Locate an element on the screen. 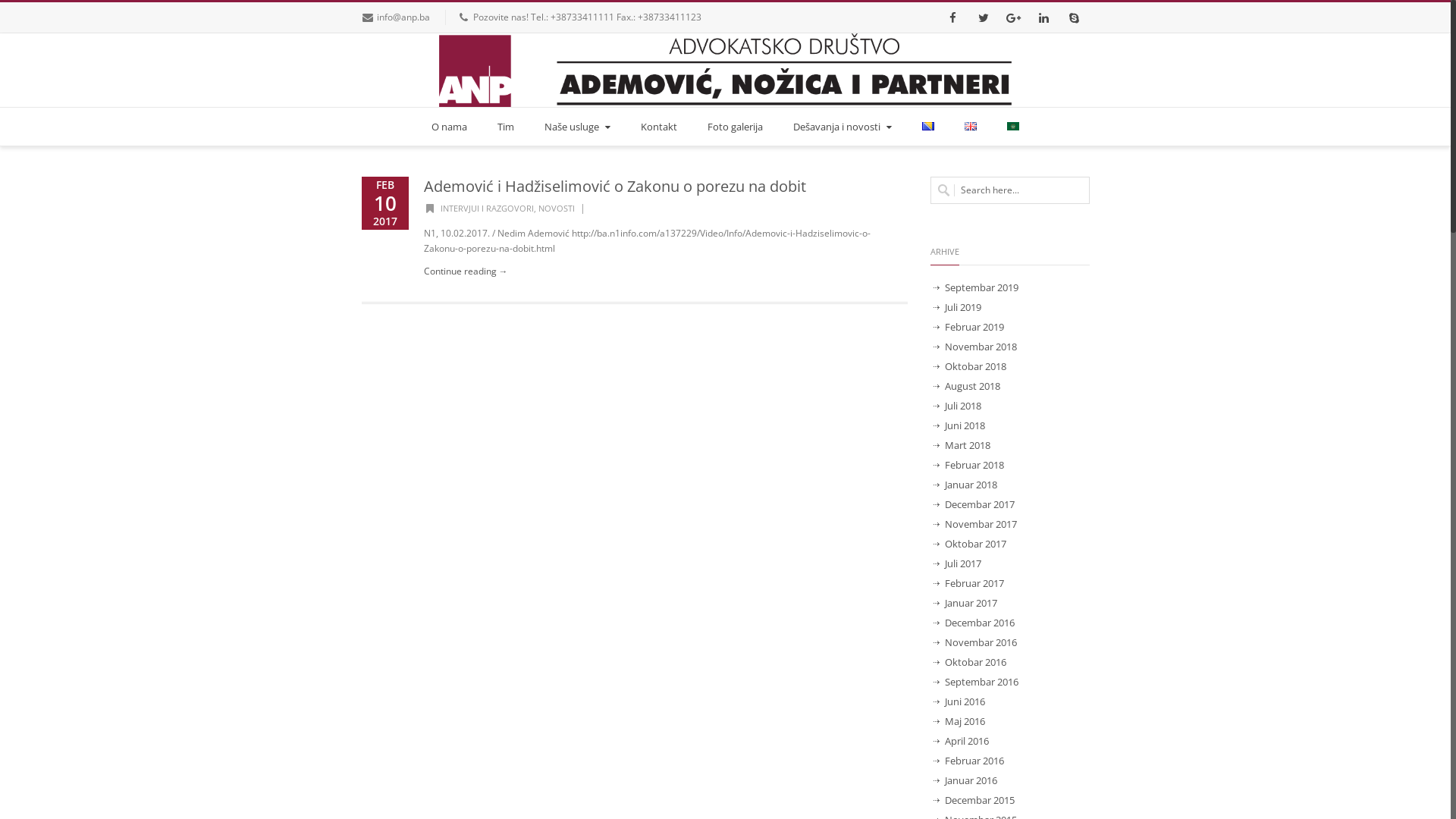 The image size is (1456, 819). 'Juli 2017' is located at coordinates (956, 563).